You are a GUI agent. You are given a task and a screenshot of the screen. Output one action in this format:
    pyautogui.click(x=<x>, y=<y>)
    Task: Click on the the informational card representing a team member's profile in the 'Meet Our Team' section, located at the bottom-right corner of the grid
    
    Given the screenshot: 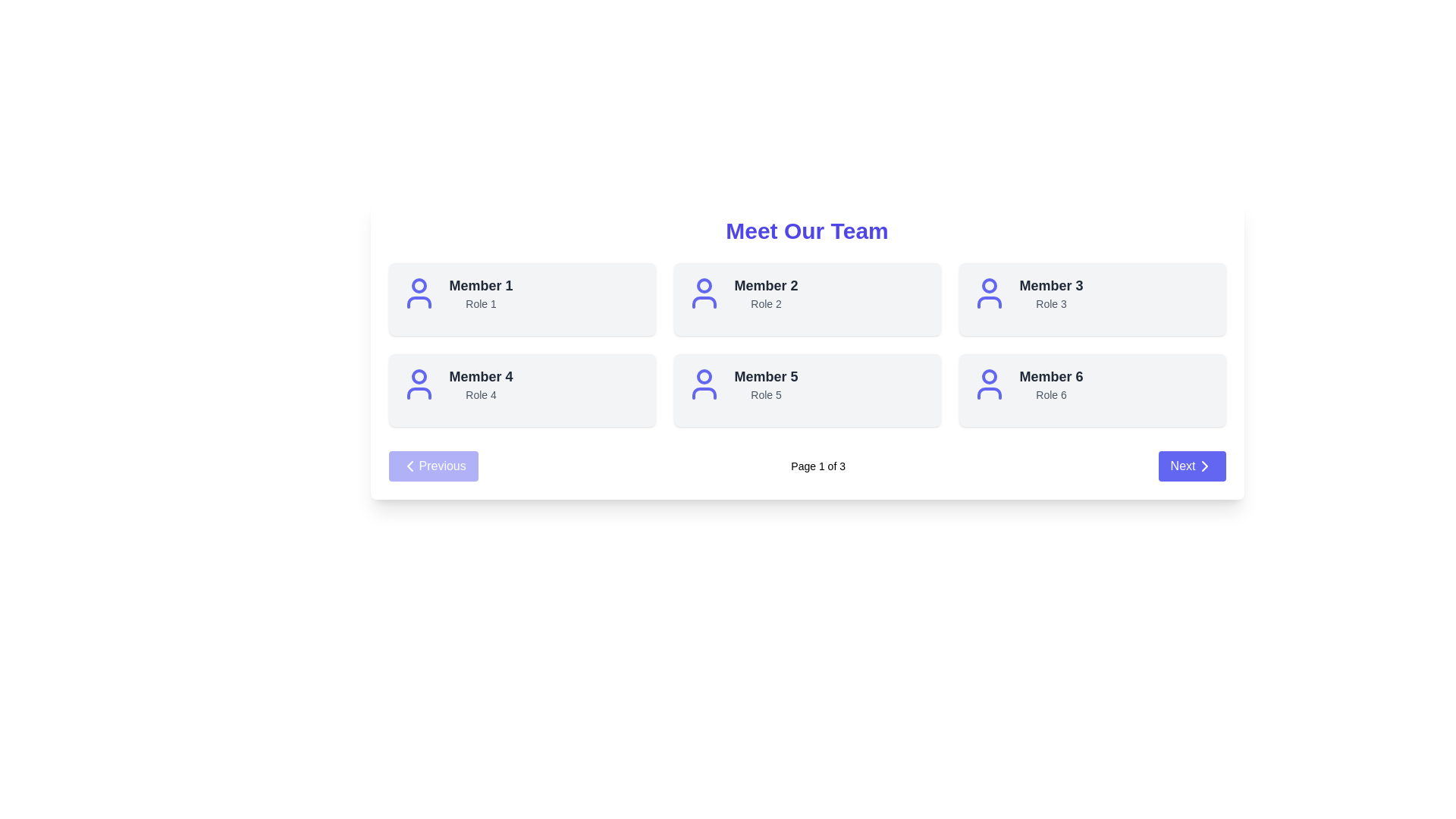 What is the action you would take?
    pyautogui.click(x=1092, y=383)
    